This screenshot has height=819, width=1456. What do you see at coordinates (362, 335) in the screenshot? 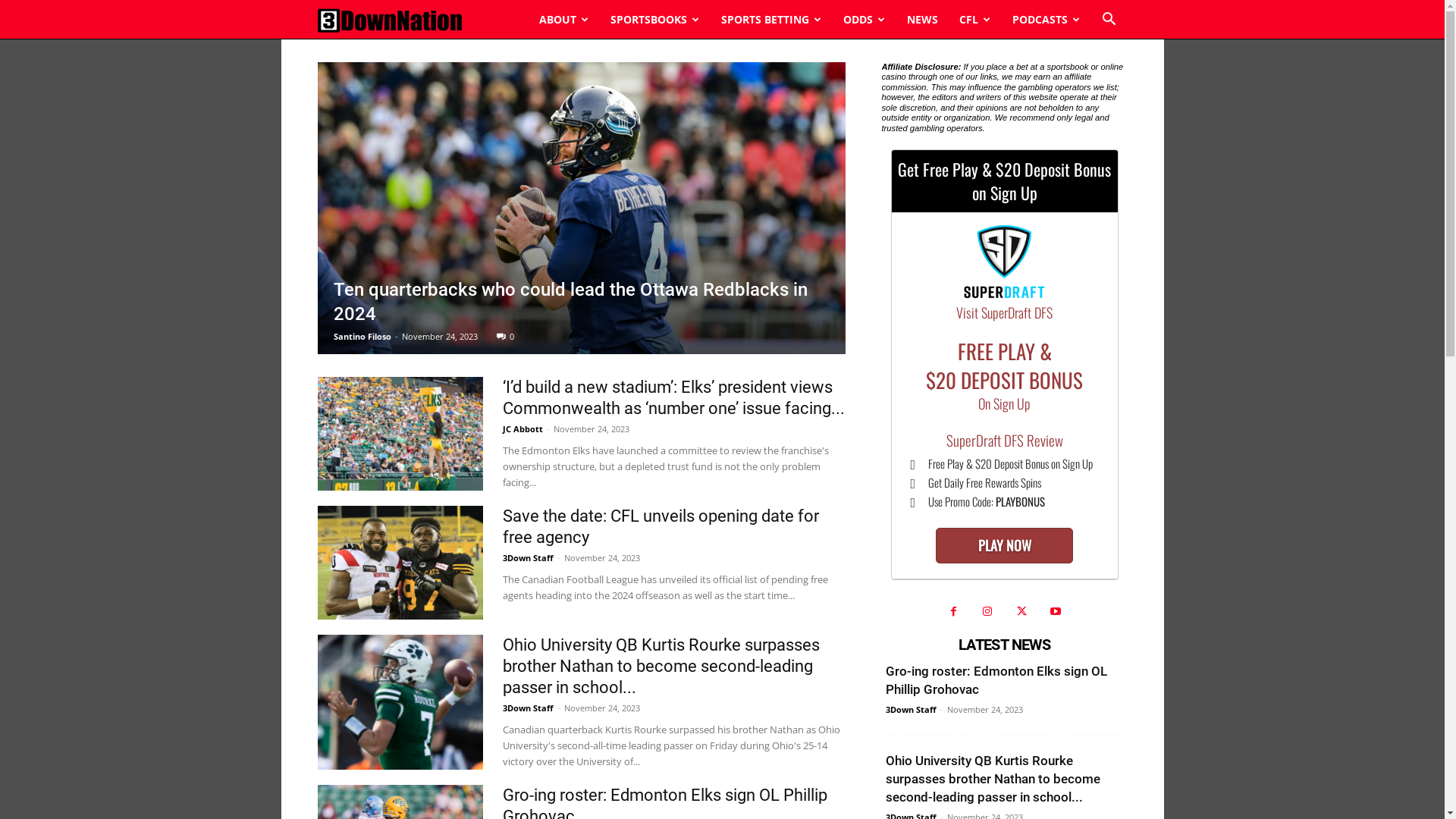
I see `'Santino Filoso'` at bounding box center [362, 335].